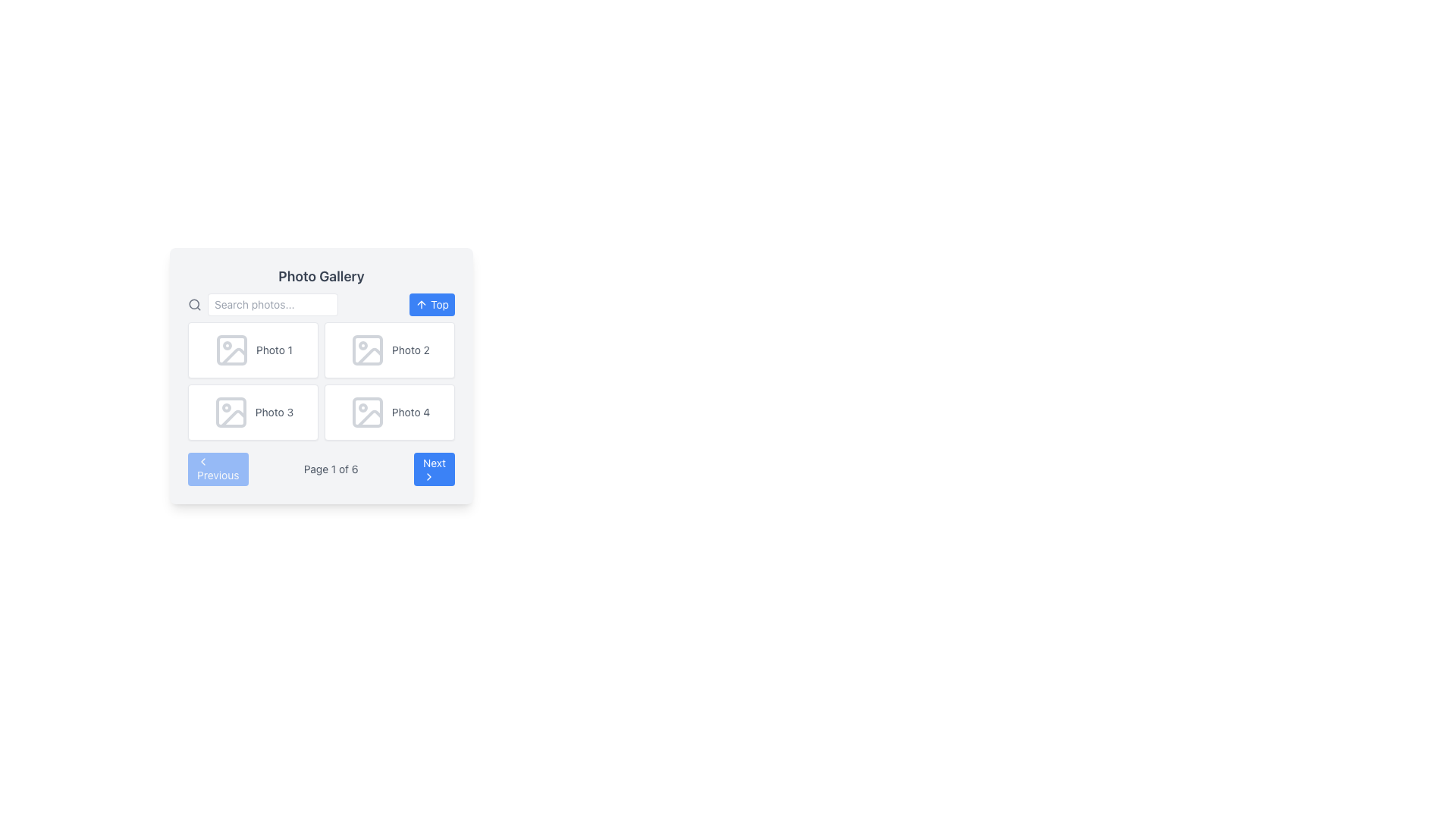 This screenshot has height=819, width=1456. Describe the element at coordinates (217, 468) in the screenshot. I see `the 'Previous' button located at the bottom left of the pagination bar` at that location.